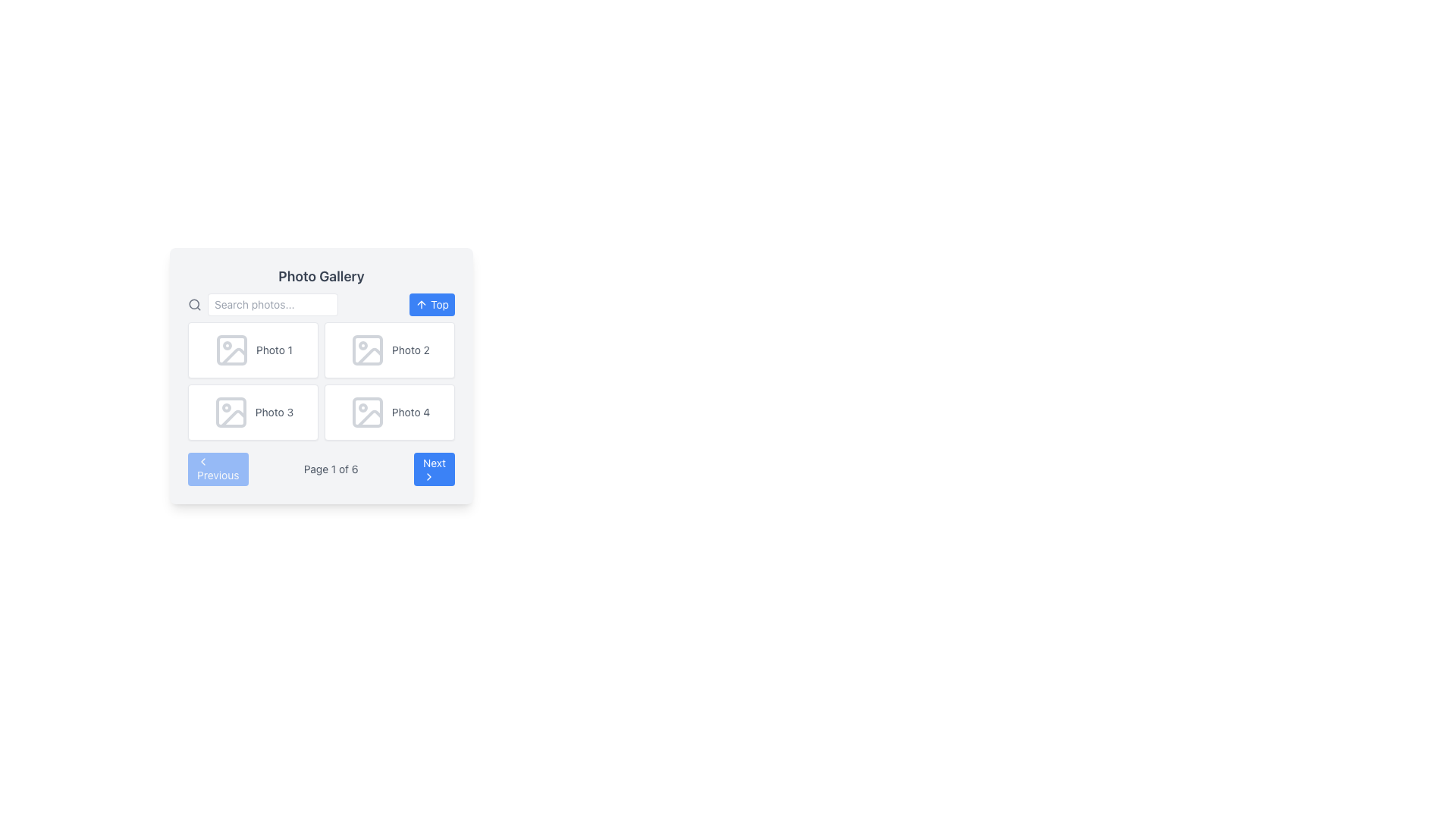 This screenshot has height=819, width=1456. Describe the element at coordinates (217, 468) in the screenshot. I see `the 'Previous' button located at the bottom left of the pagination bar` at that location.